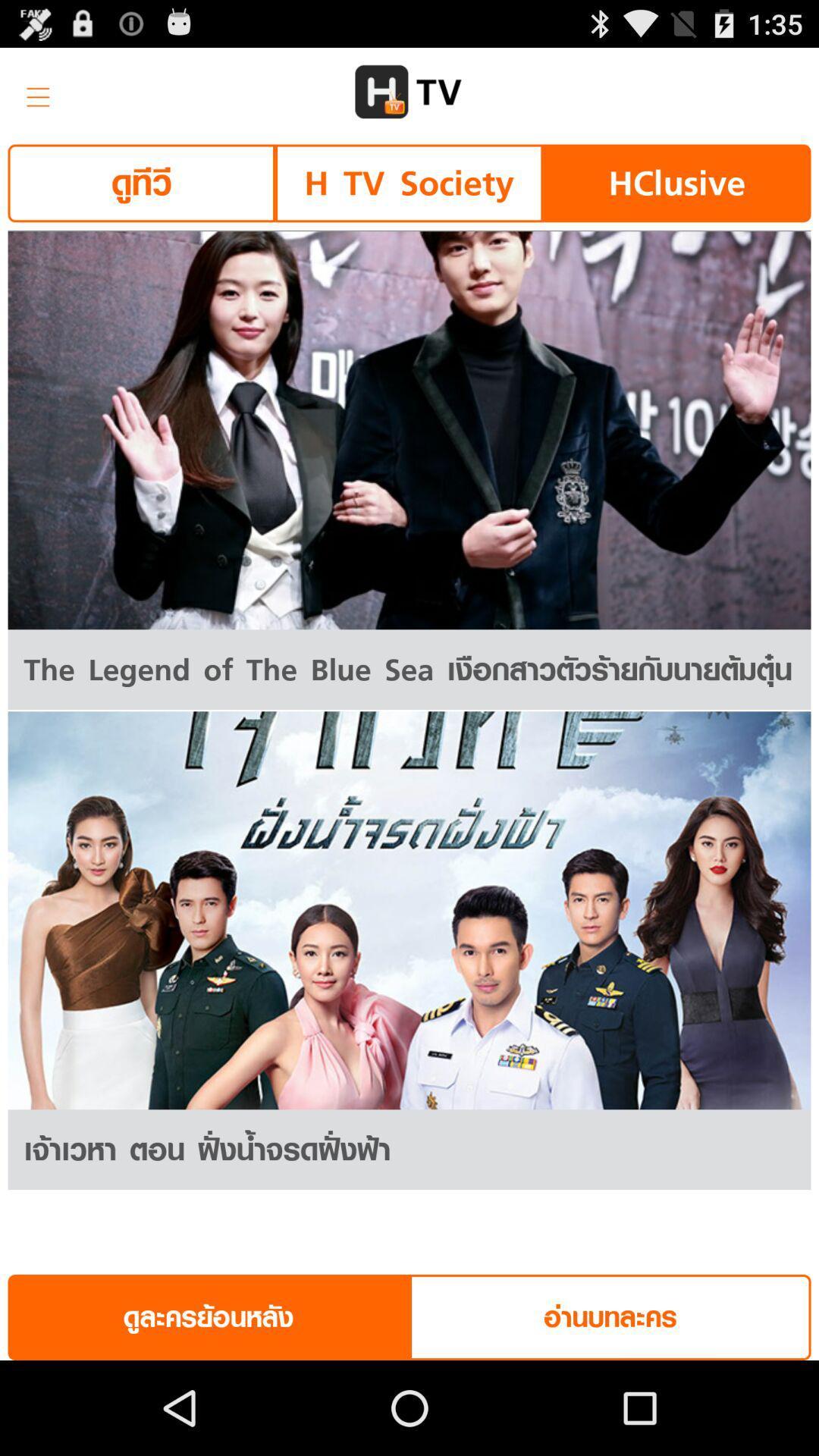 This screenshot has height=1456, width=819. What do you see at coordinates (141, 182) in the screenshot?
I see `the item to the left of the h tv society button` at bounding box center [141, 182].